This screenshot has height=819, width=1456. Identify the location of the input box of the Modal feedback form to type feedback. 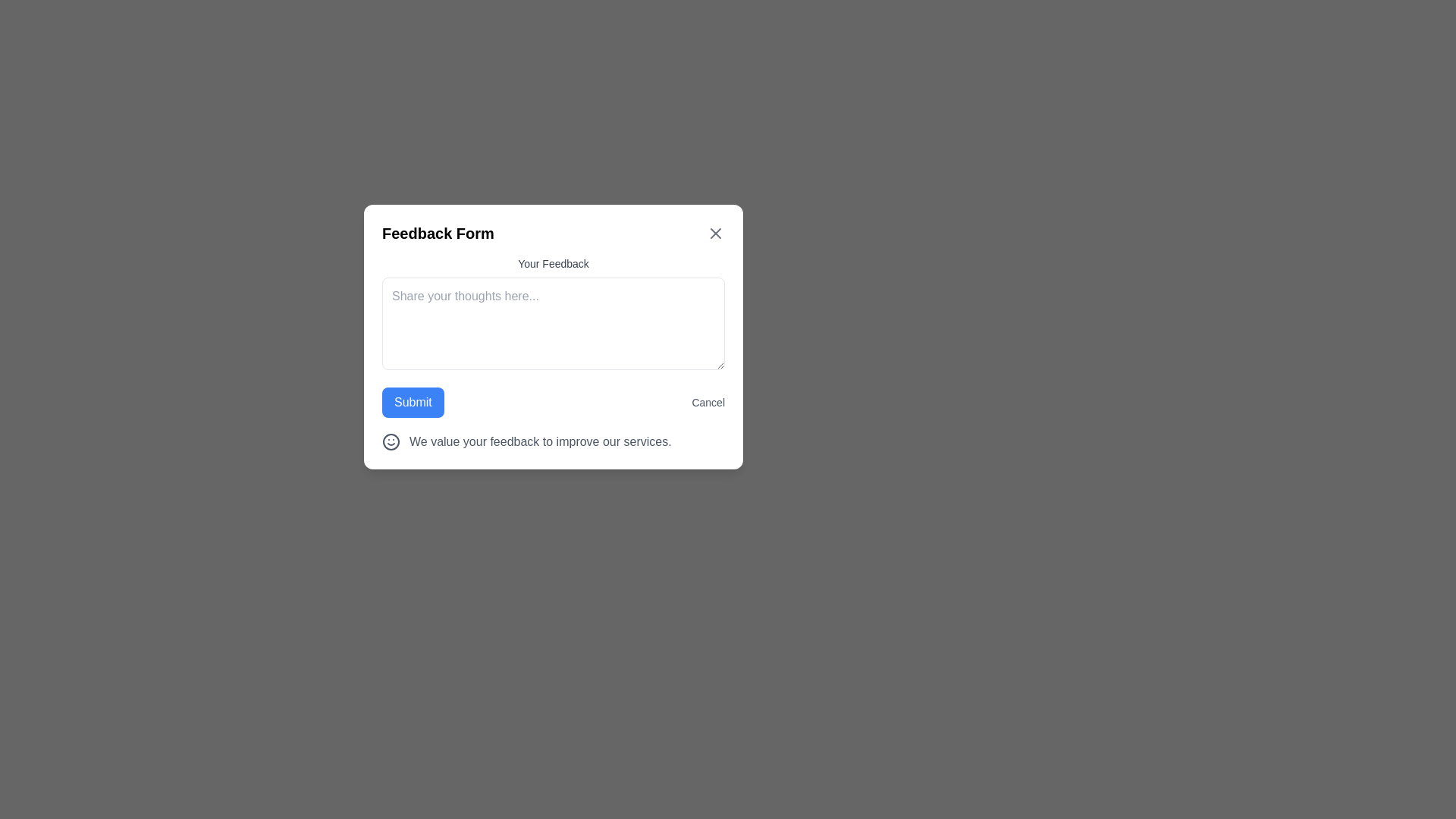
(552, 335).